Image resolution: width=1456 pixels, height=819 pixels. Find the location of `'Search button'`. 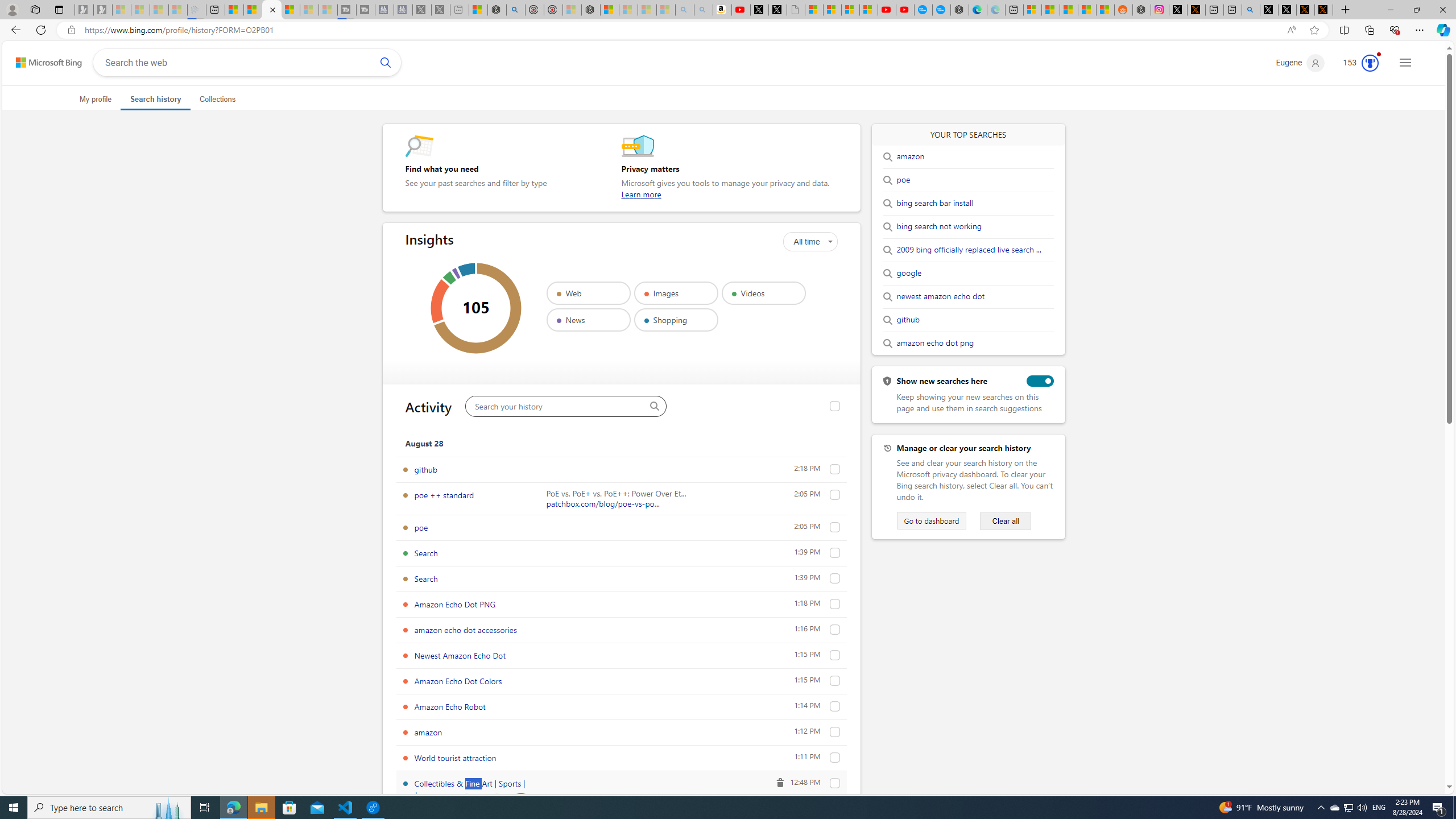

'Search button' is located at coordinates (385, 61).